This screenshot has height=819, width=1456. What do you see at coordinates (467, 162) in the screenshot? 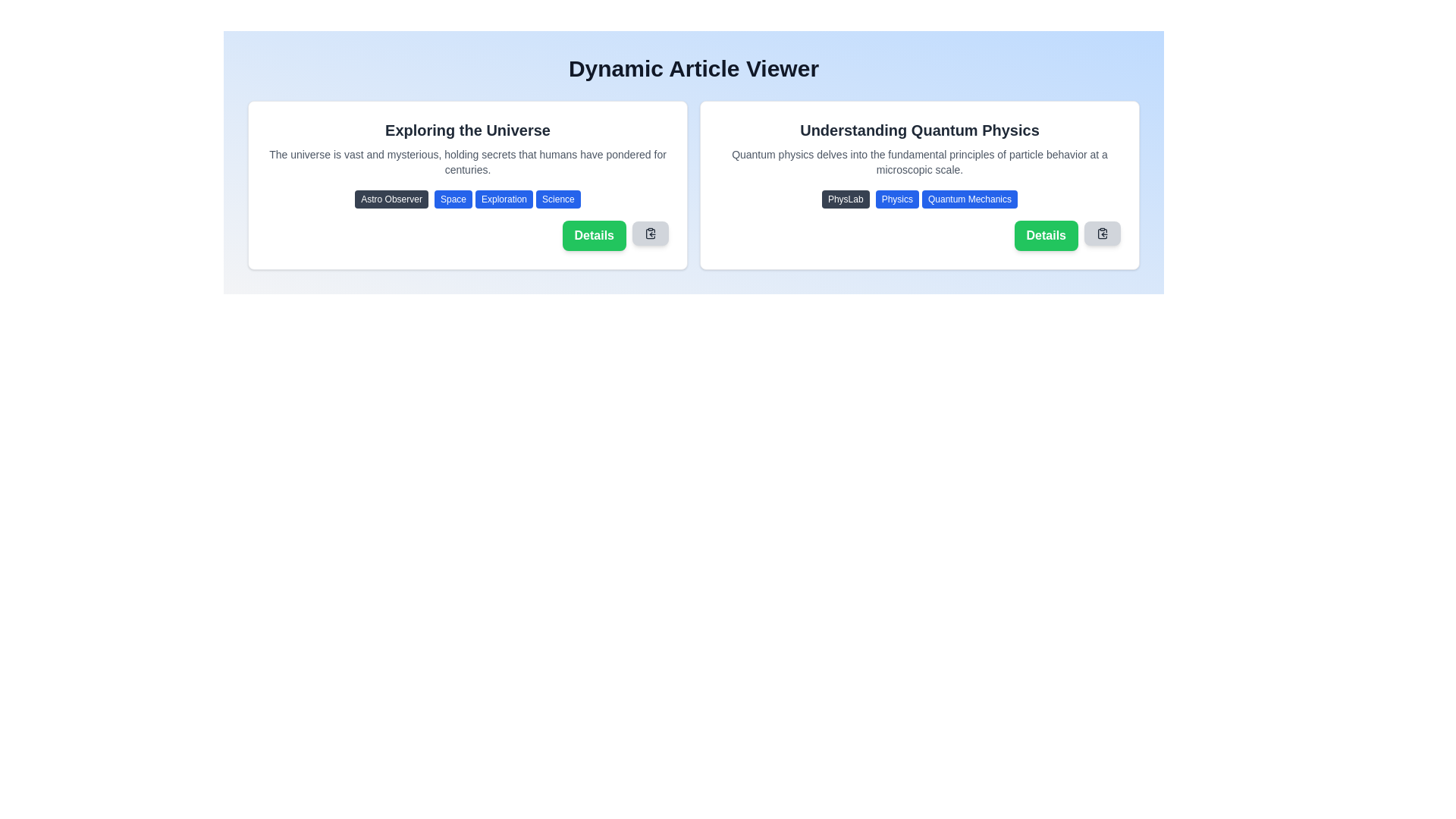
I see `the descriptive text block that provides additional context about 'Exploring the Universe', positioned beneath the title and above the tags and action buttons` at bounding box center [467, 162].